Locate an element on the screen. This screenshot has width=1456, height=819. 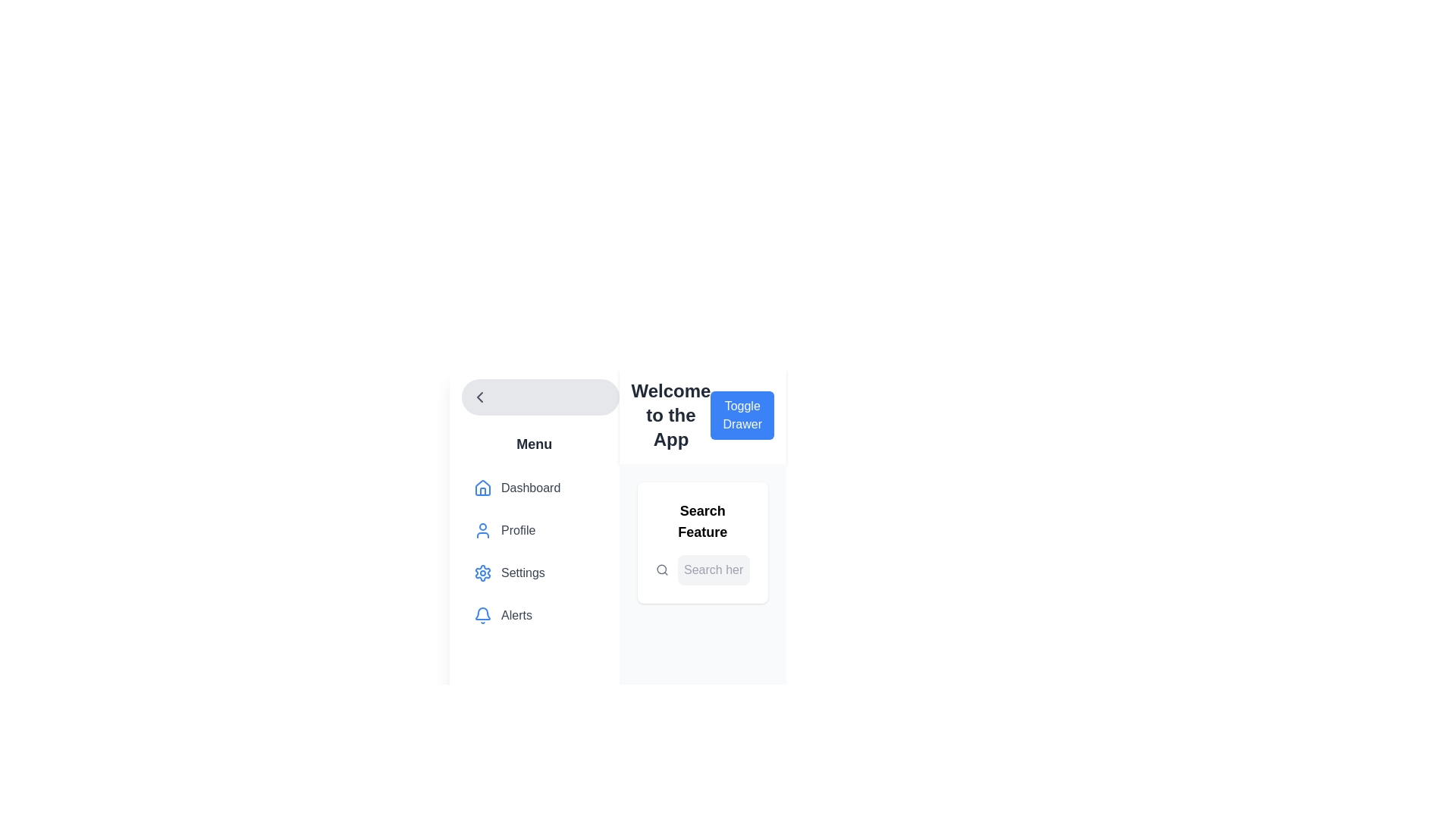
the button located in the third position of the vertical navigation list is located at coordinates (534, 573).